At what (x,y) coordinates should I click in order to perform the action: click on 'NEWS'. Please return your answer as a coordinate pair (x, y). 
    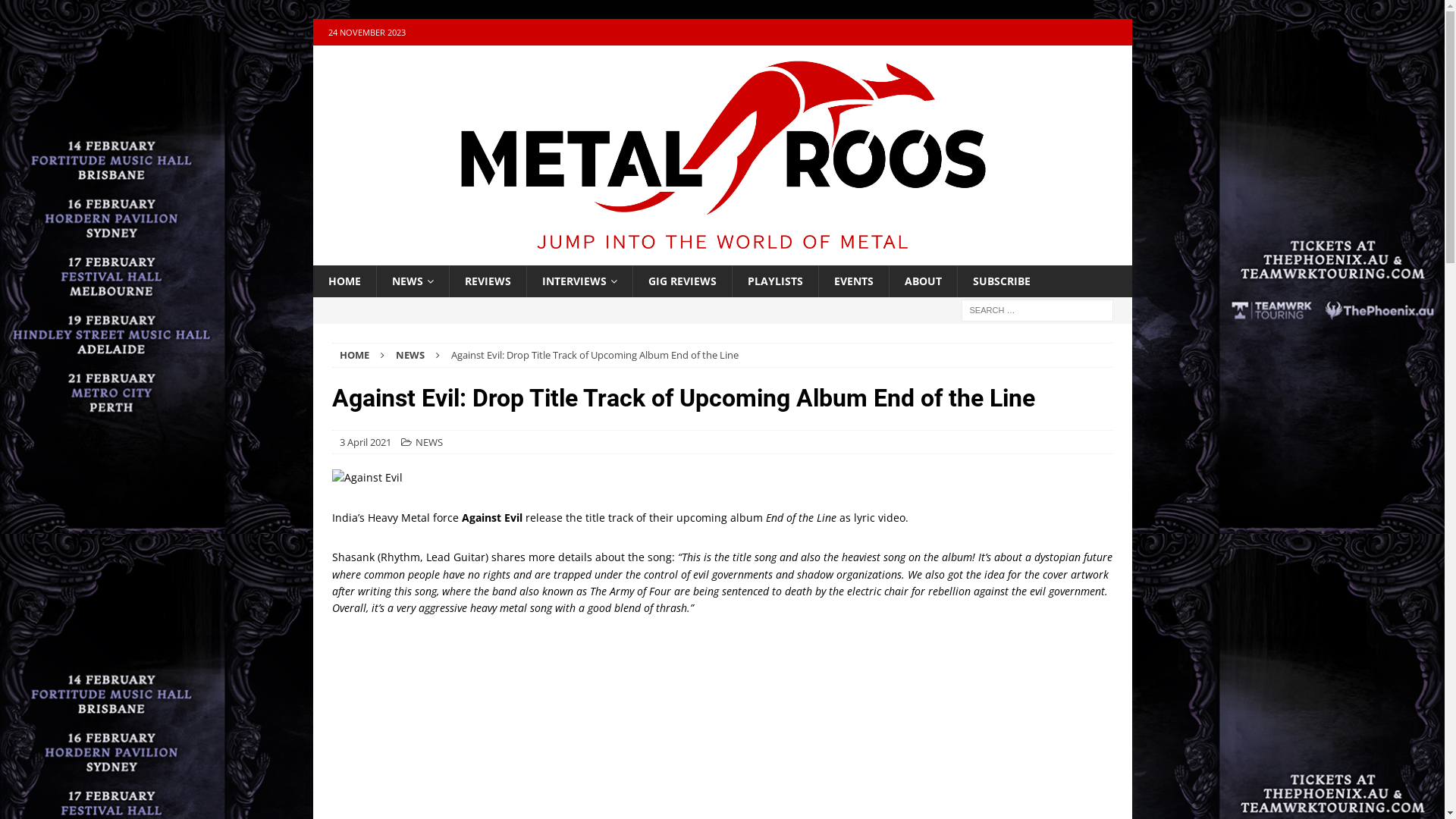
    Looking at the image, I should click on (396, 354).